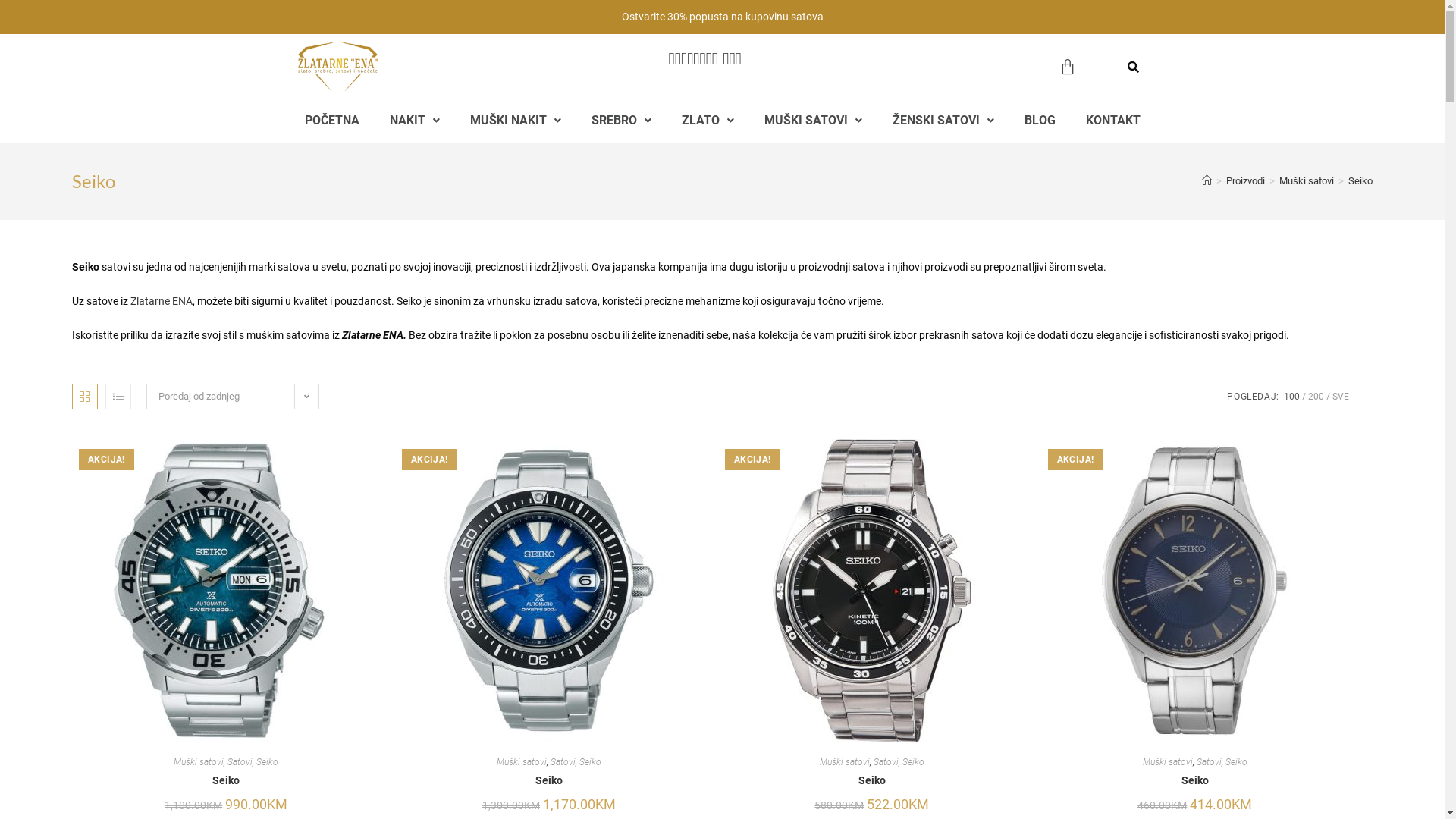 The height and width of the screenshot is (819, 1456). Describe the element at coordinates (1315, 396) in the screenshot. I see `'200'` at that location.